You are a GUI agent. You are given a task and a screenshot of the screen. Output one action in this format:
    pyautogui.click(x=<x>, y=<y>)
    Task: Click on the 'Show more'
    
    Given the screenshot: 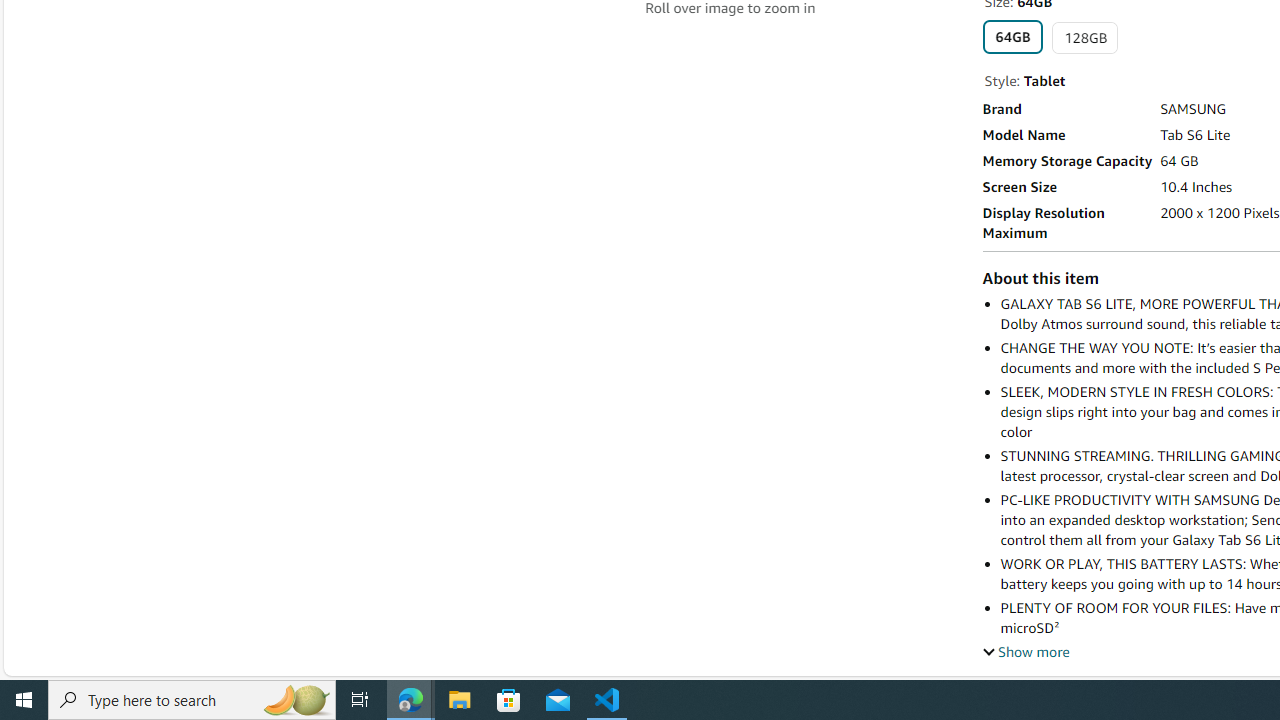 What is the action you would take?
    pyautogui.click(x=1025, y=651)
    